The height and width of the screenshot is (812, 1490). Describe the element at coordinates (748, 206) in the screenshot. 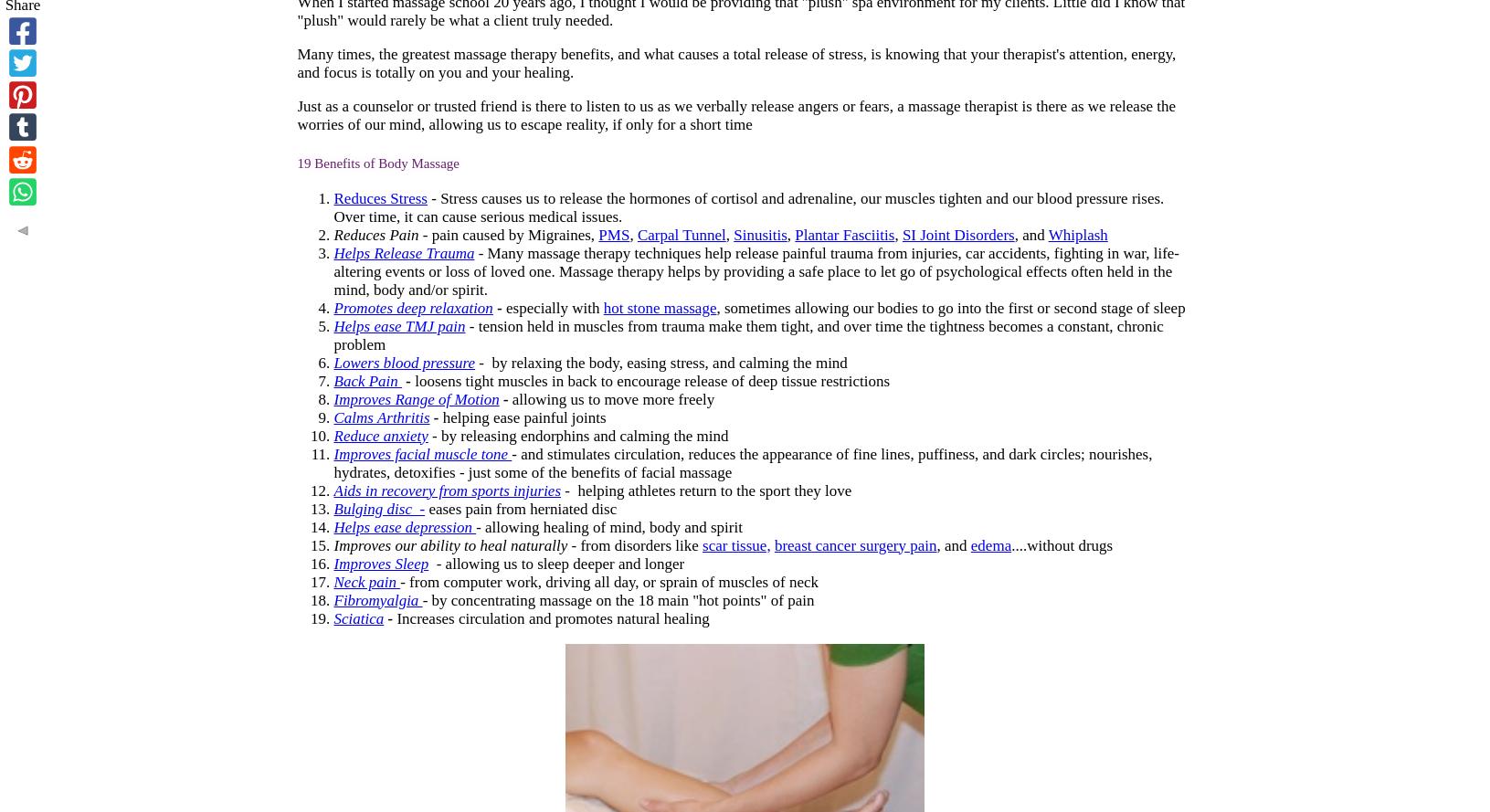

I see `'- Stress causes us to release the hormones of cortisol and adrenaline, our muscles tighten and our blood pressure rises. Over time, it can cause serious medical issues.'` at that location.